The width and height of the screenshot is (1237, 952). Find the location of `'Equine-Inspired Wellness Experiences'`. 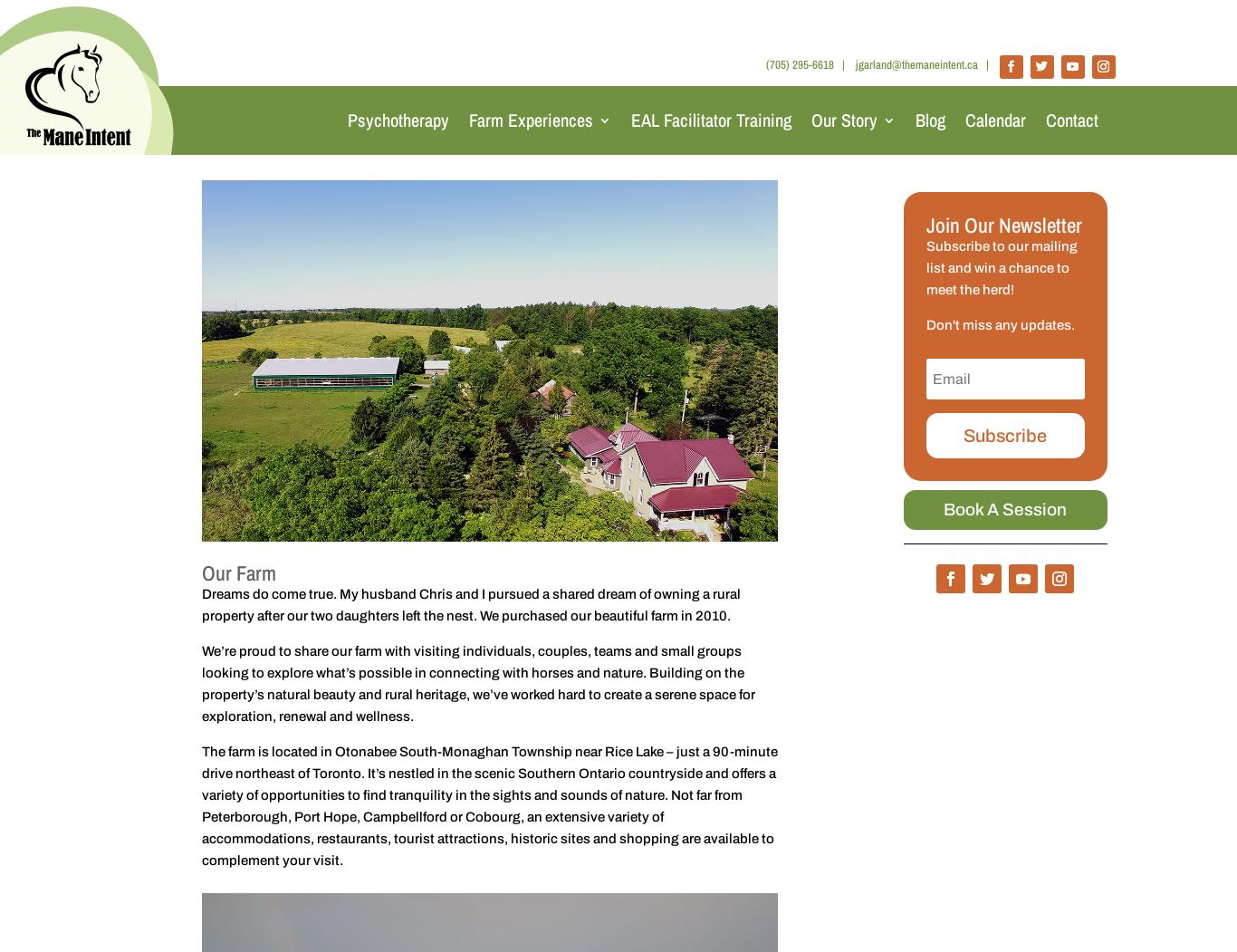

'Equine-Inspired Wellness Experiences' is located at coordinates (494, 216).